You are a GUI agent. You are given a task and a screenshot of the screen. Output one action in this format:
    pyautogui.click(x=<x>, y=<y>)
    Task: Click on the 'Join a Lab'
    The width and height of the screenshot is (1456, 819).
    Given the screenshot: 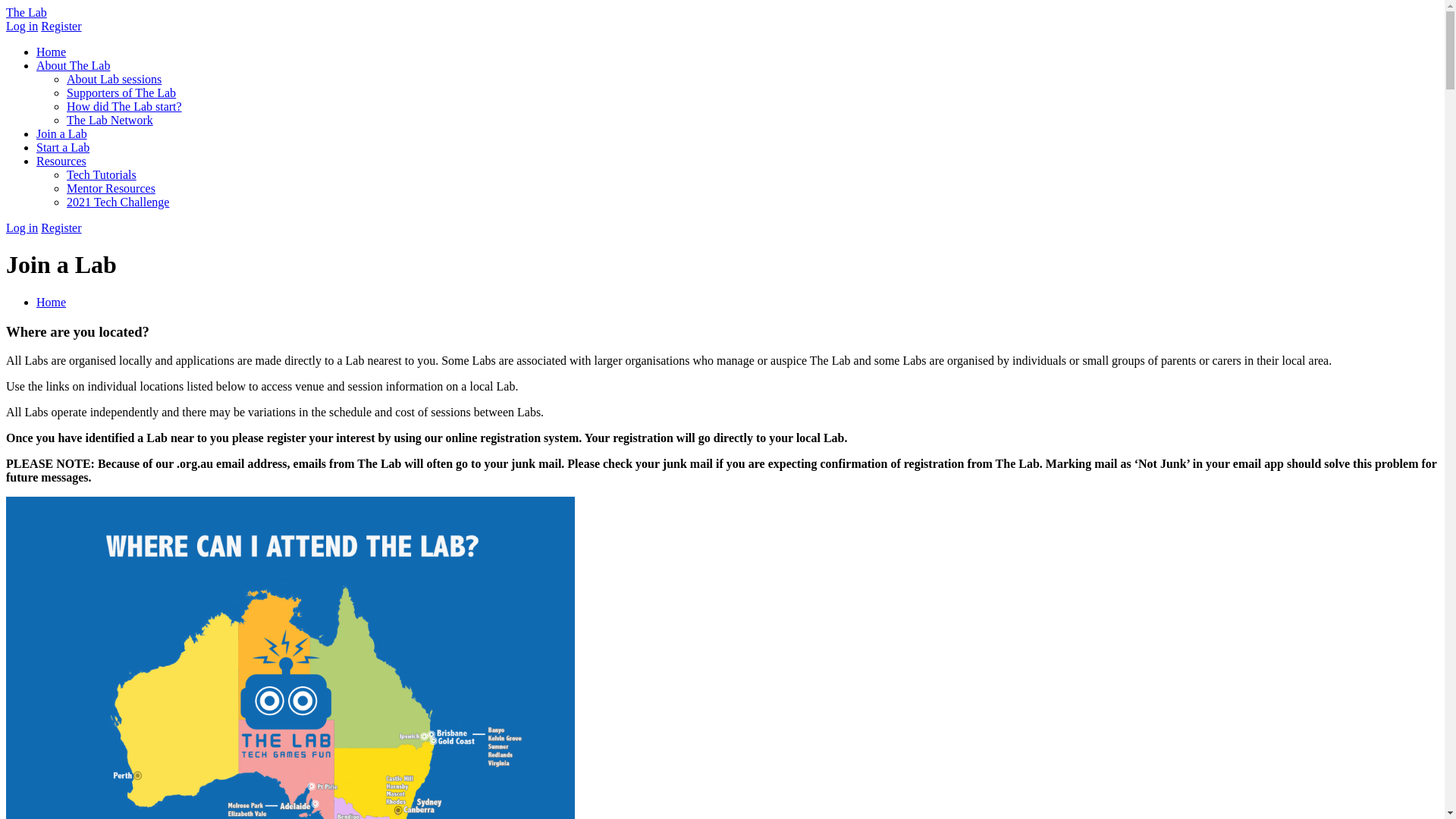 What is the action you would take?
    pyautogui.click(x=36, y=133)
    